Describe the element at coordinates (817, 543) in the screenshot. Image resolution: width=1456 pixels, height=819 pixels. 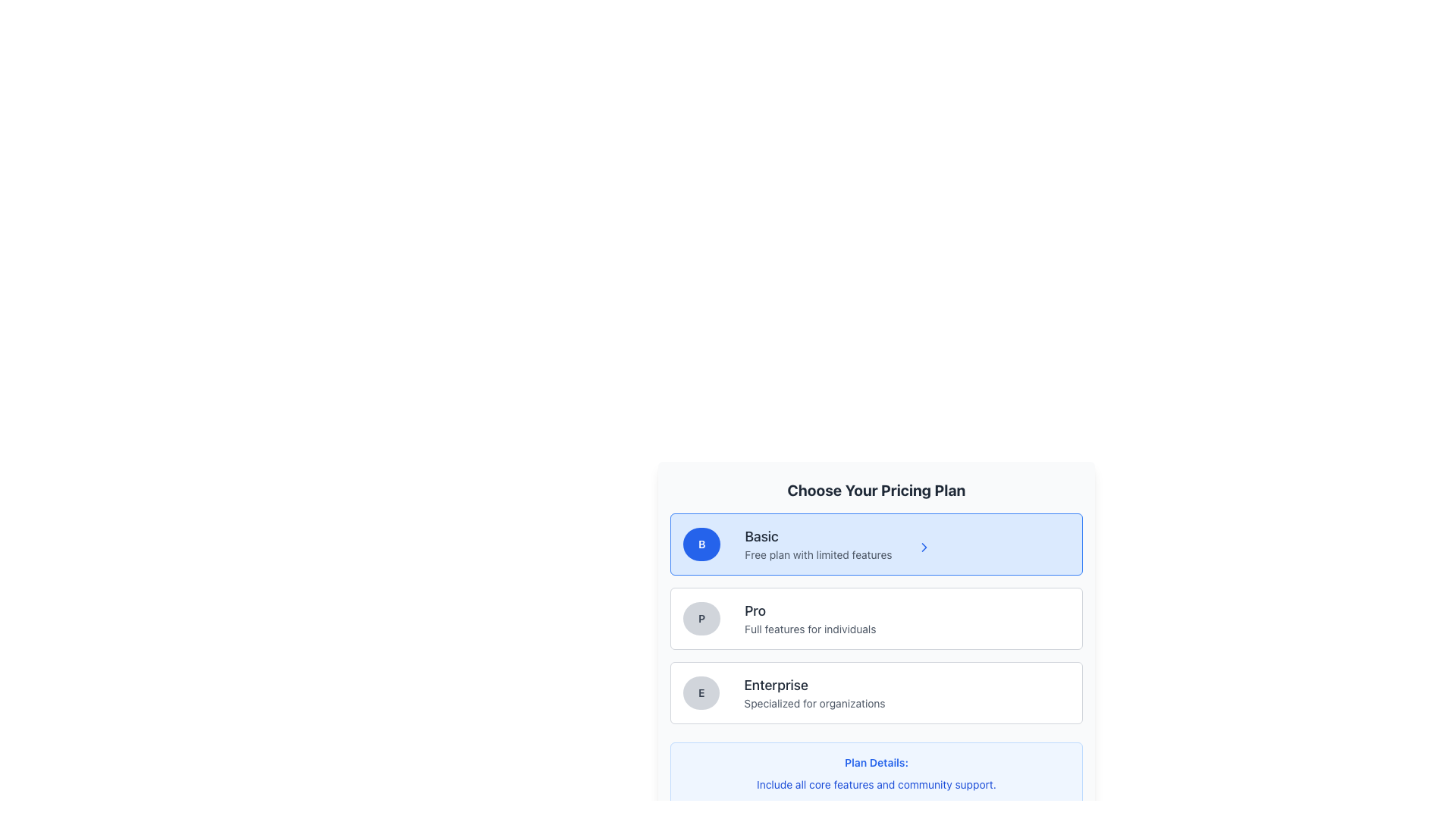
I see `the text block containing 'Basic' and 'Free plan with limited features', located under 'Choose Your Pricing Plan', to the right of the circular badge with a 'B'` at that location.